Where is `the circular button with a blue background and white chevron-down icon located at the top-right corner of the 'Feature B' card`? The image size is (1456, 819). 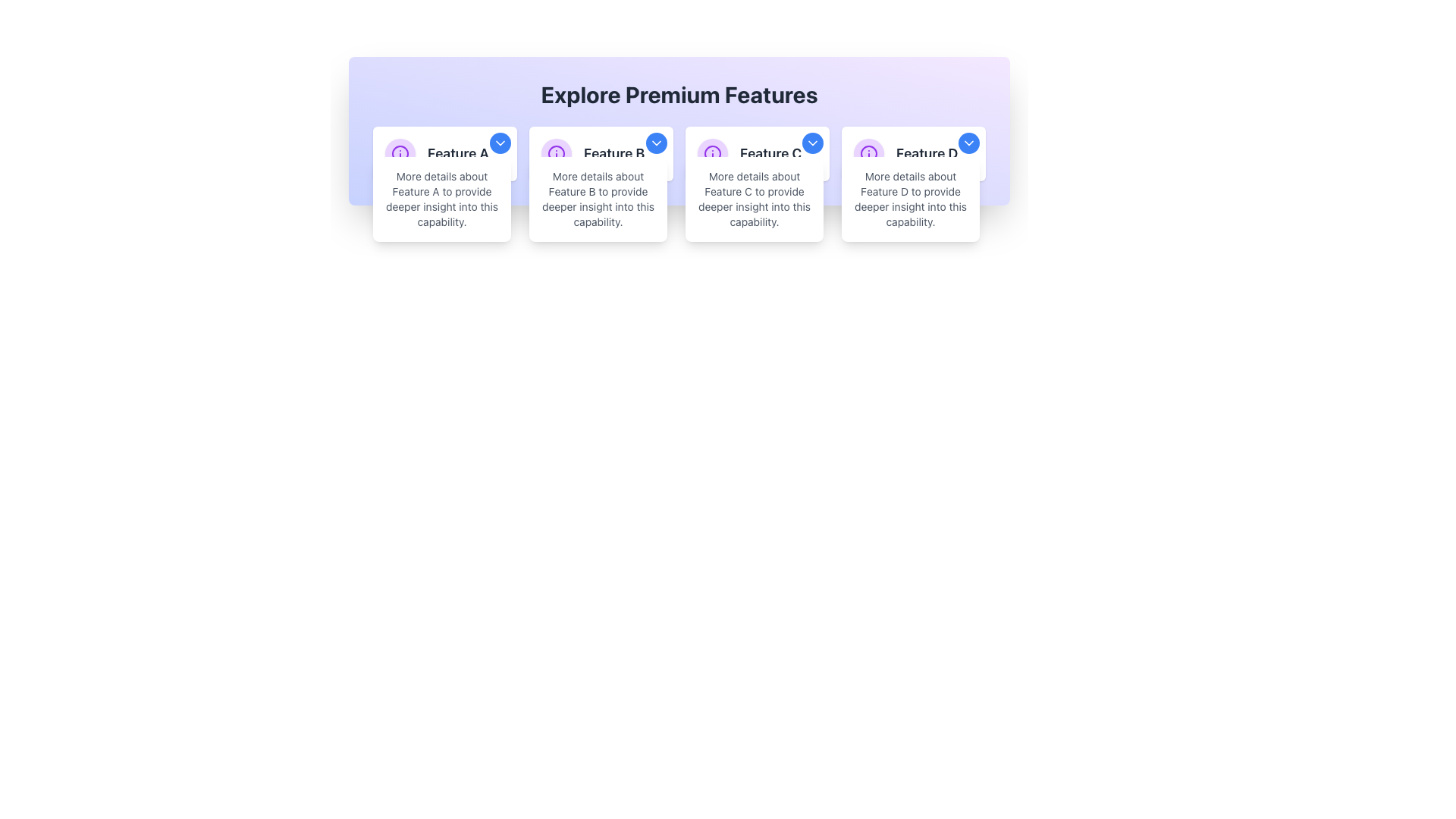
the circular button with a blue background and white chevron-down icon located at the top-right corner of the 'Feature B' card is located at coordinates (656, 143).